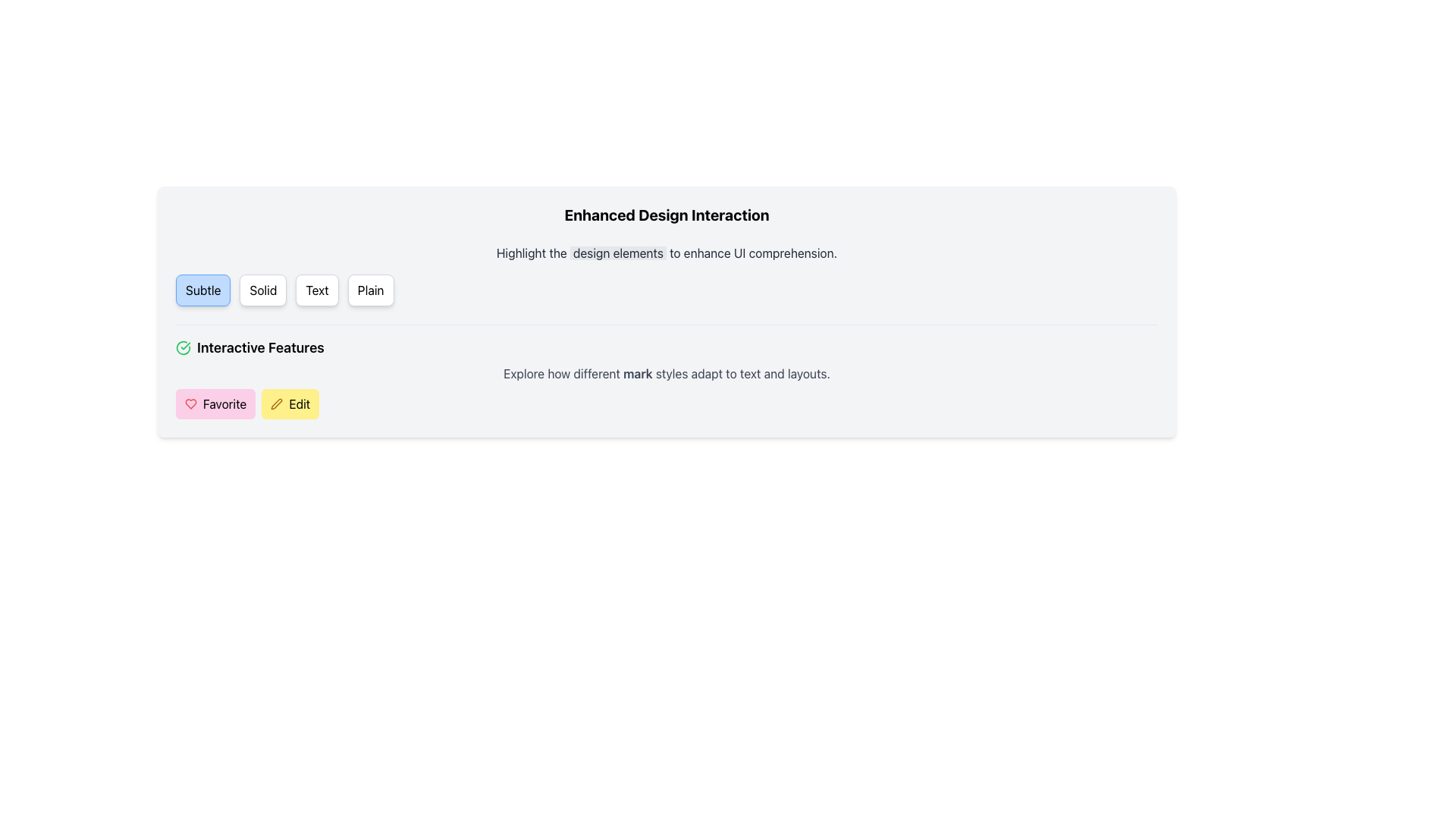  What do you see at coordinates (202, 290) in the screenshot?
I see `the 'Subtle' button located at the top-left section of the interface to trigger hover effects` at bounding box center [202, 290].